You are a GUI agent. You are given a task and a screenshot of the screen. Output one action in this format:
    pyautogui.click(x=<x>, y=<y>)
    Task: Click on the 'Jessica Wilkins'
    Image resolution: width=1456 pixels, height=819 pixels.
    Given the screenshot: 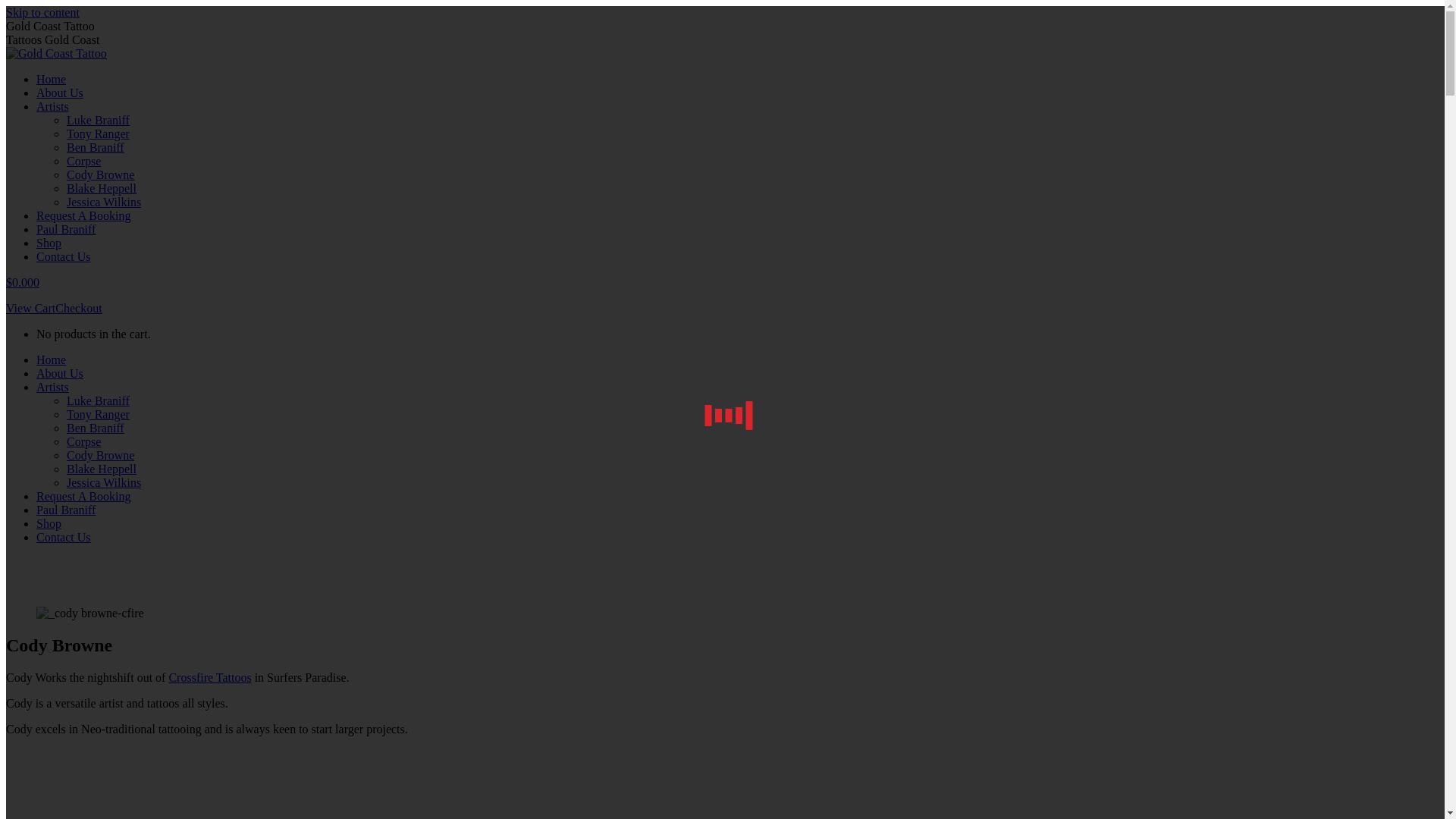 What is the action you would take?
    pyautogui.click(x=103, y=482)
    